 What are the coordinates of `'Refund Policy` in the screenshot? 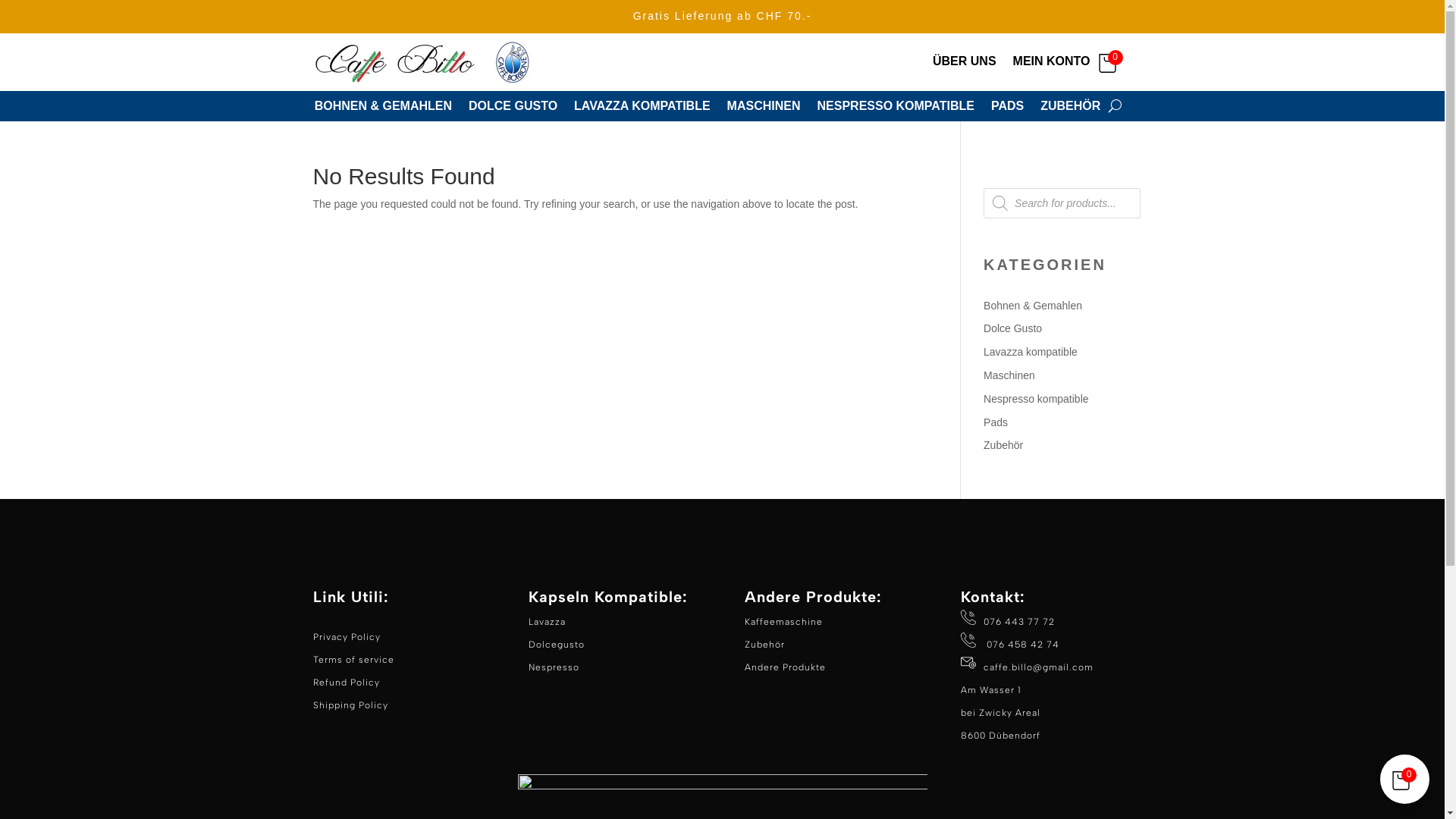 It's located at (349, 693).